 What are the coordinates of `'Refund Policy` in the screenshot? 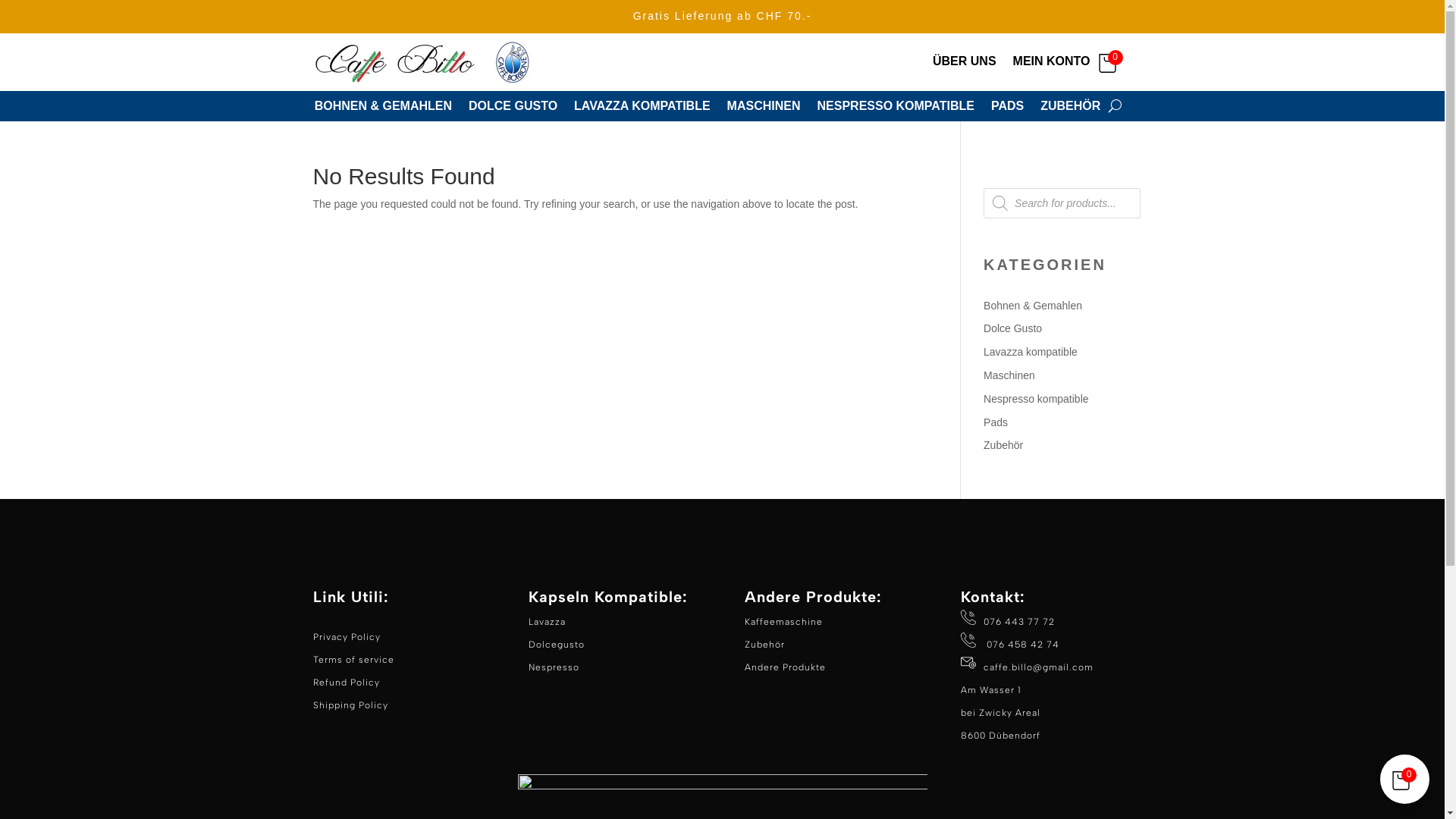 It's located at (349, 693).